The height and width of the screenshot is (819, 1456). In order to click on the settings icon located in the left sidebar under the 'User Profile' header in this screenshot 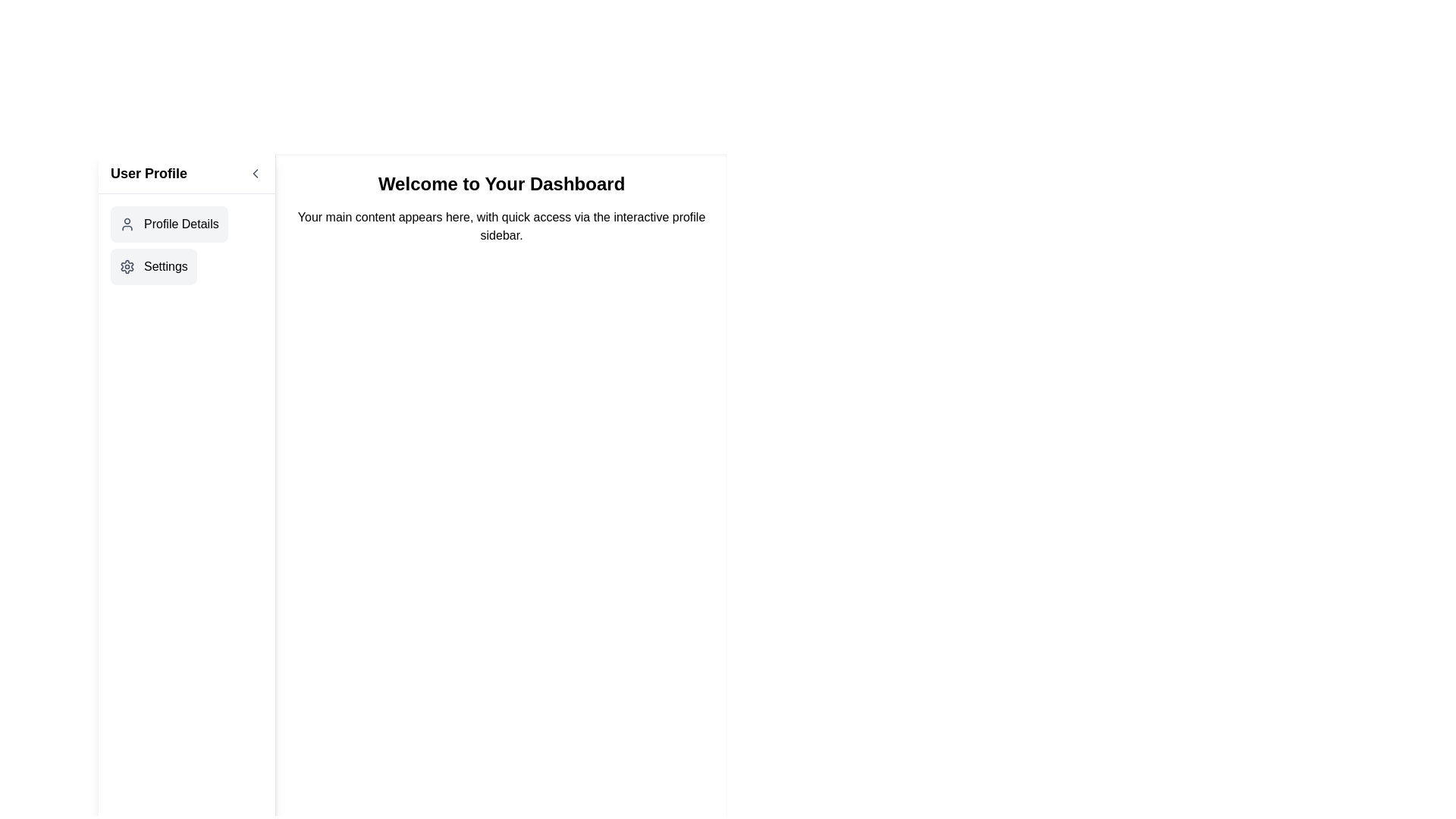, I will do `click(127, 265)`.